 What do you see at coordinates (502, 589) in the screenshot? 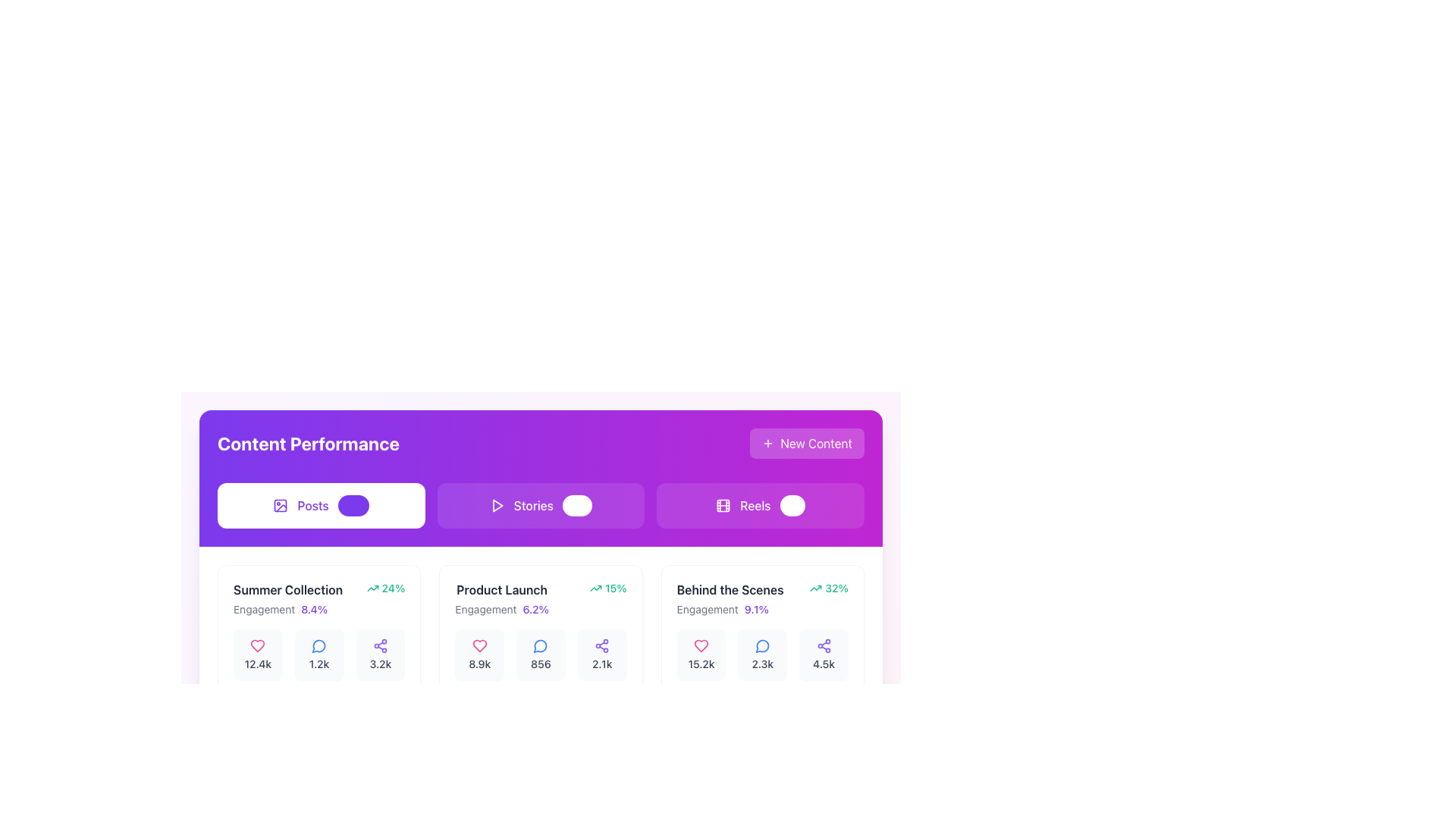
I see `the 'Product Launch' text display, which is in bold grayish font at the top of its card layout, emphasizing its importance among other campaign entries` at bounding box center [502, 589].